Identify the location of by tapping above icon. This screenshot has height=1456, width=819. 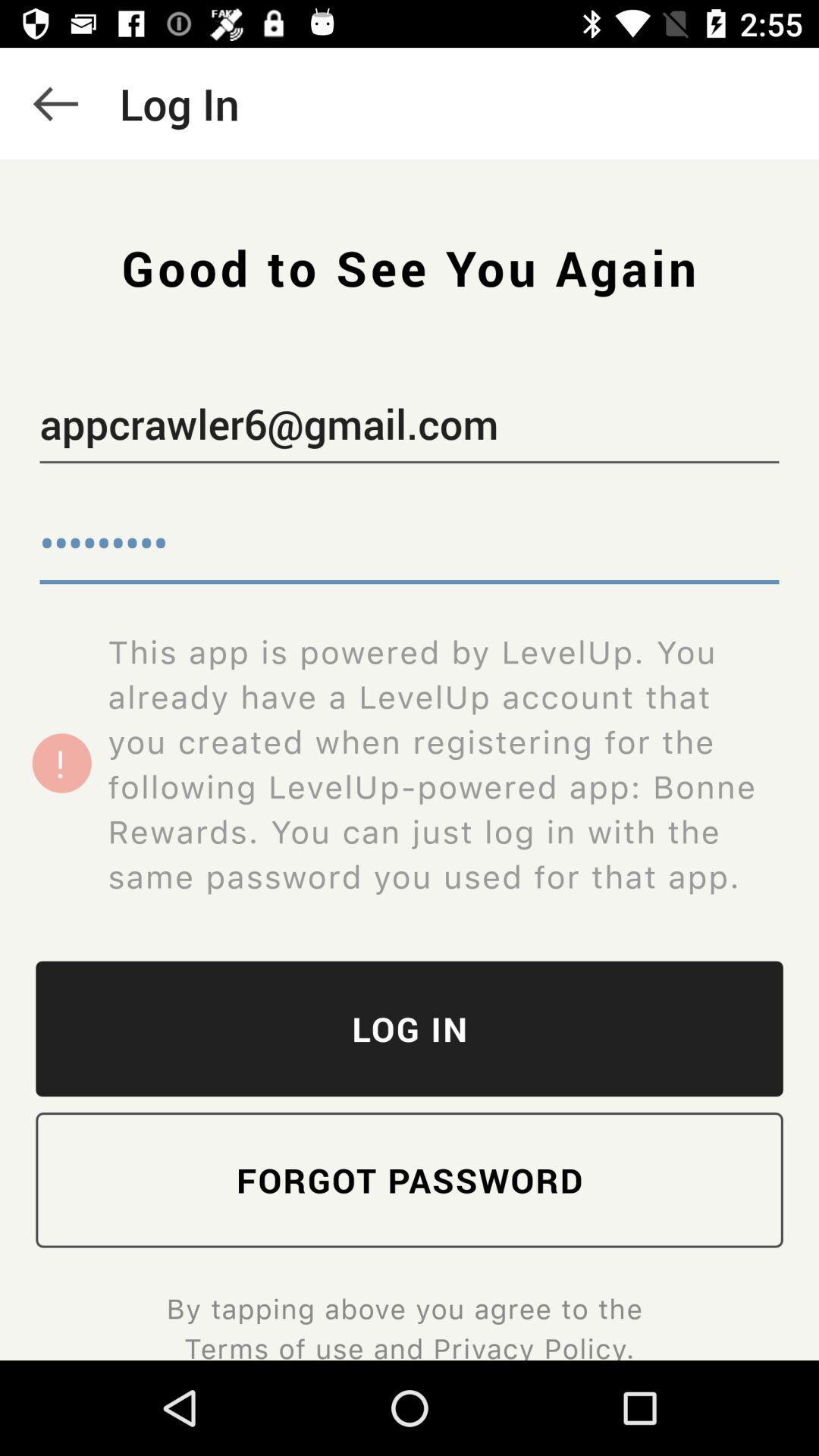
(408, 1324).